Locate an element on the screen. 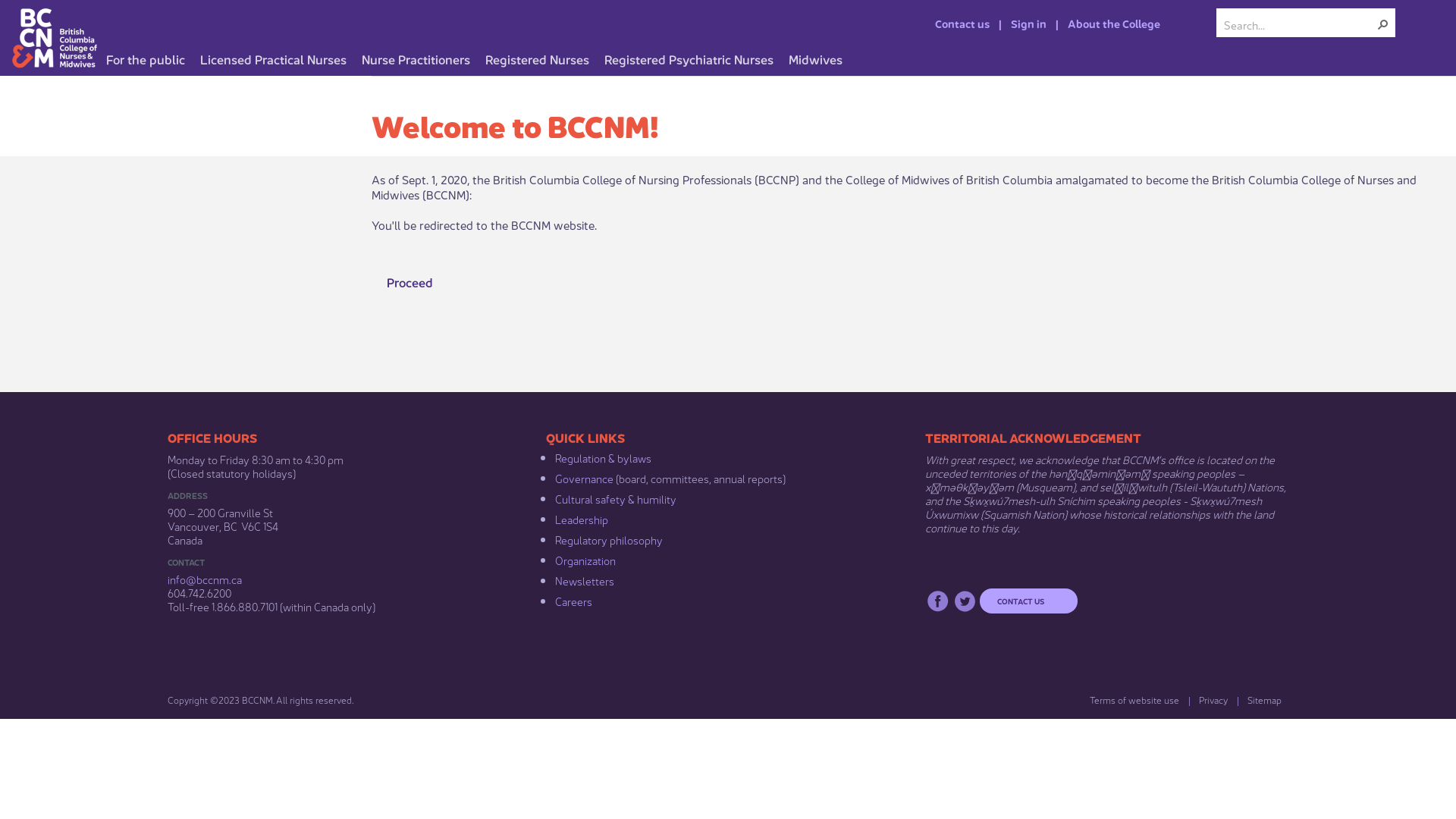 The height and width of the screenshot is (819, 1456). 'Organization' is located at coordinates (554, 559).